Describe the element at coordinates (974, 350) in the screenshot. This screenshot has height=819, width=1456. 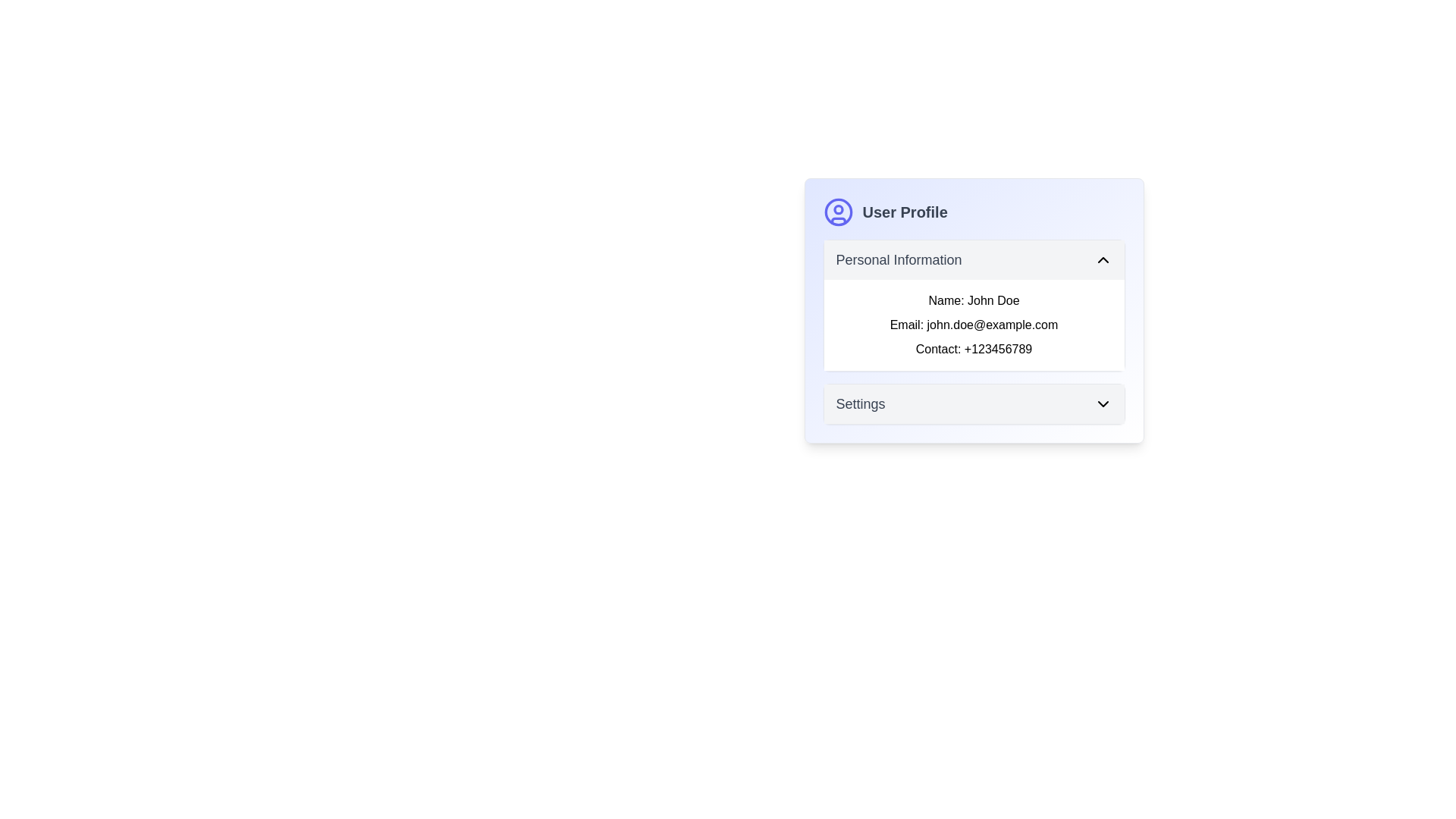
I see `the static text label displaying the contact number in the 'Personal Information' section of the 'User Profile' card, which is the third entry in a vertical list under the 'Email' field` at that location.